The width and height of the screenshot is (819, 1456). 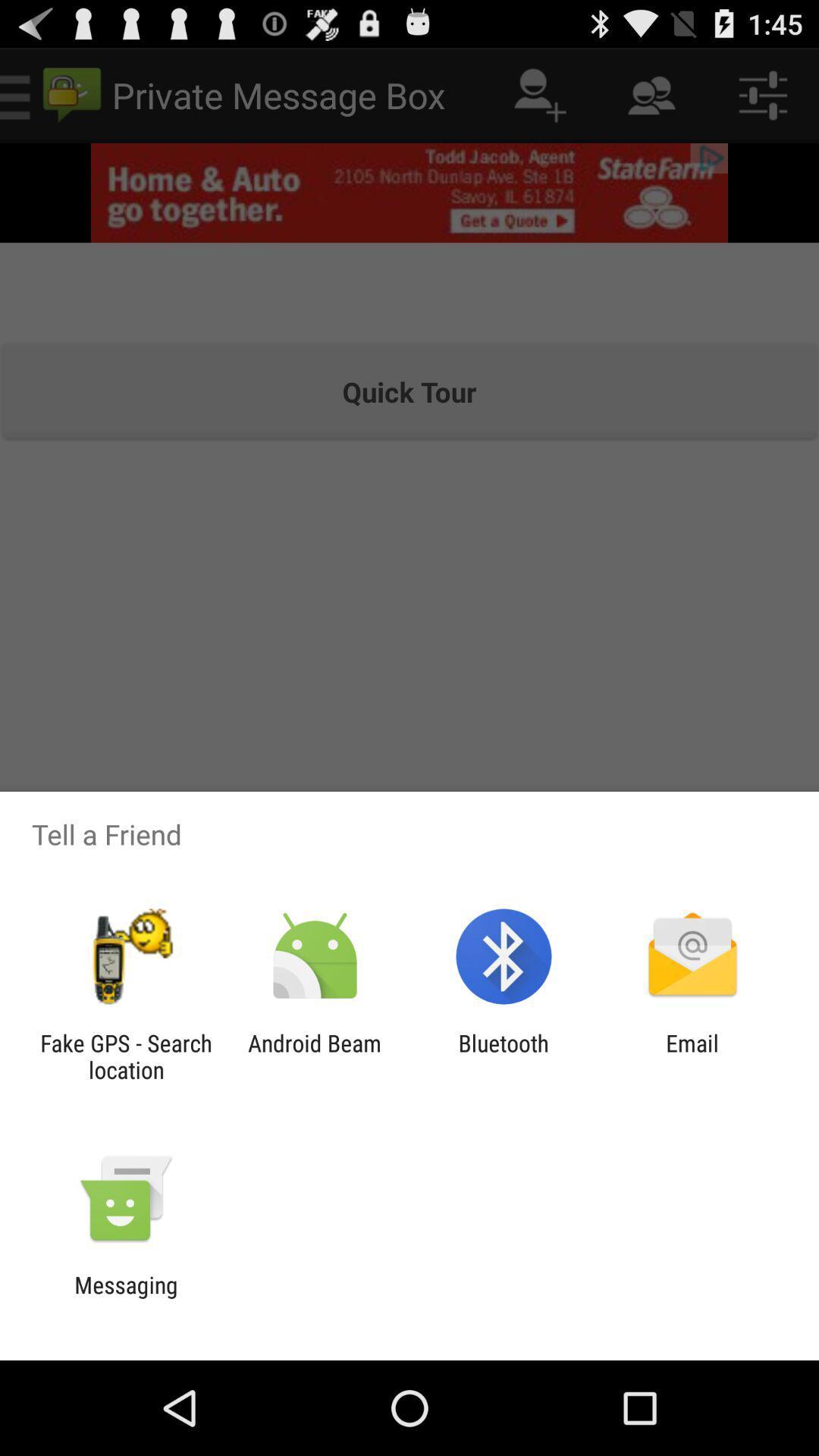 I want to click on the icon to the left of the android beam icon, so click(x=125, y=1056).